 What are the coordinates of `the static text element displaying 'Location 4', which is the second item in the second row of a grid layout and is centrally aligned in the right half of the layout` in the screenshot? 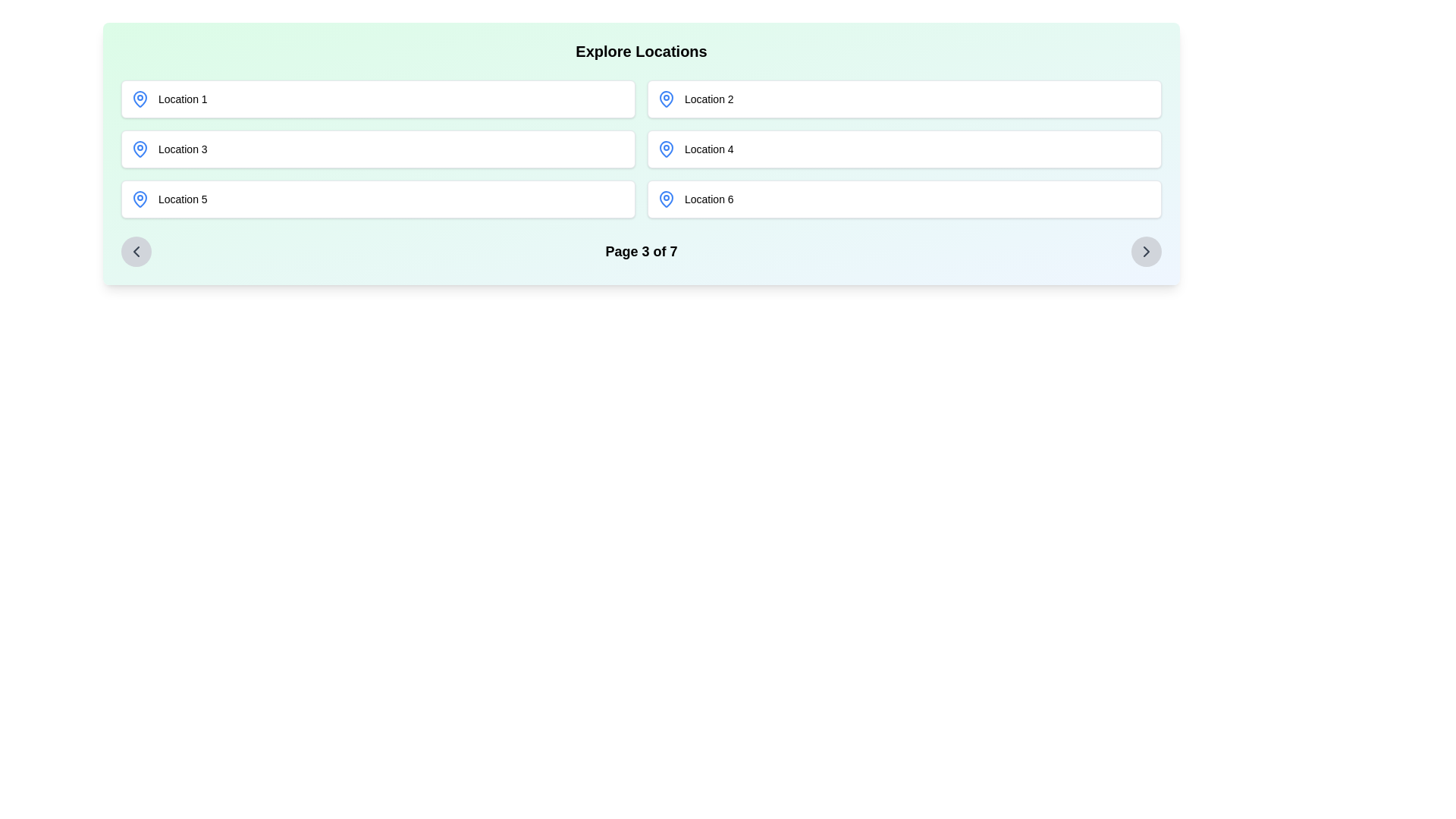 It's located at (708, 149).